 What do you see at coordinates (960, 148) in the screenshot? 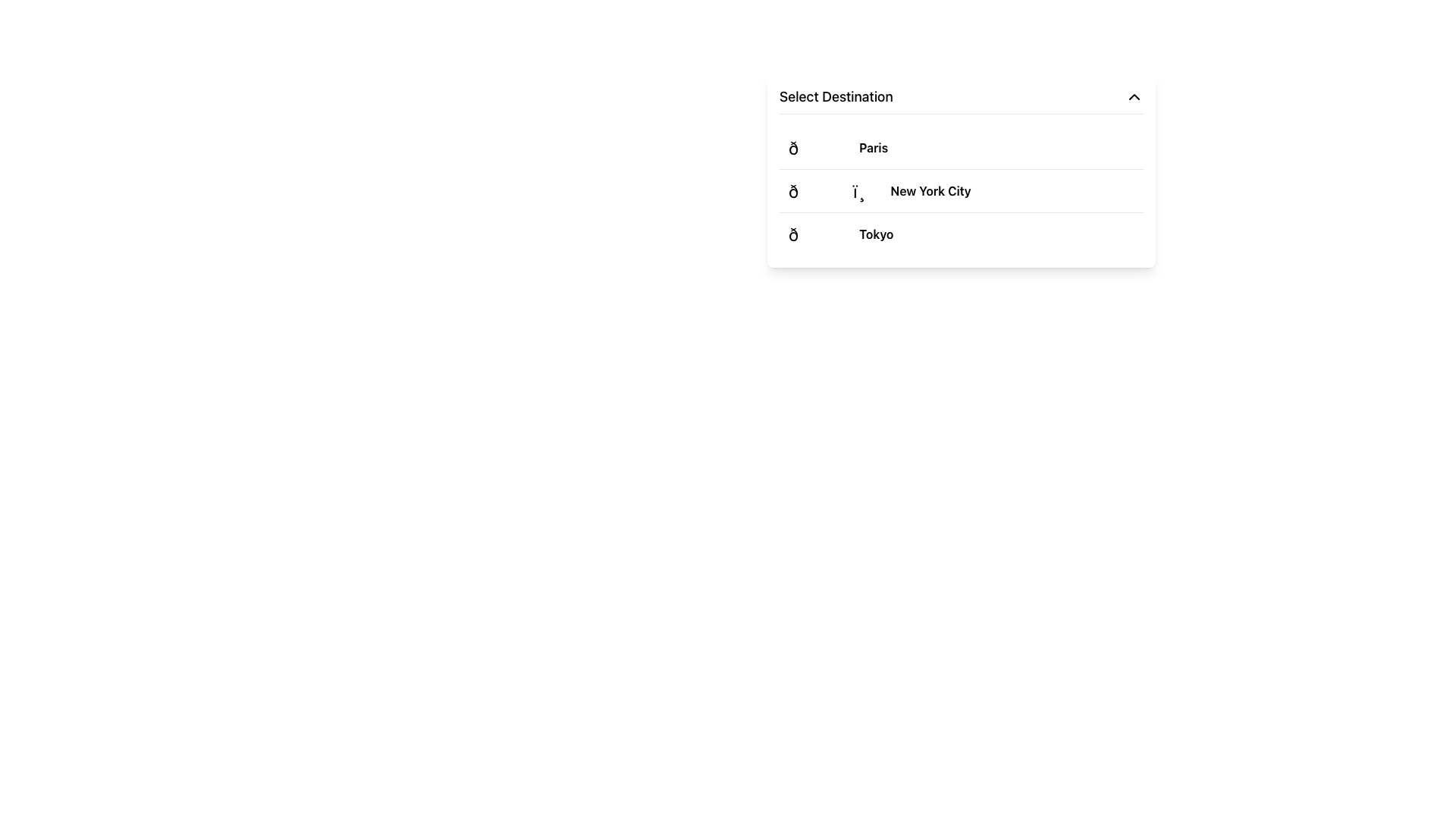
I see `the first selectable menu item labeled 'Paris' with a globe emoji` at bounding box center [960, 148].